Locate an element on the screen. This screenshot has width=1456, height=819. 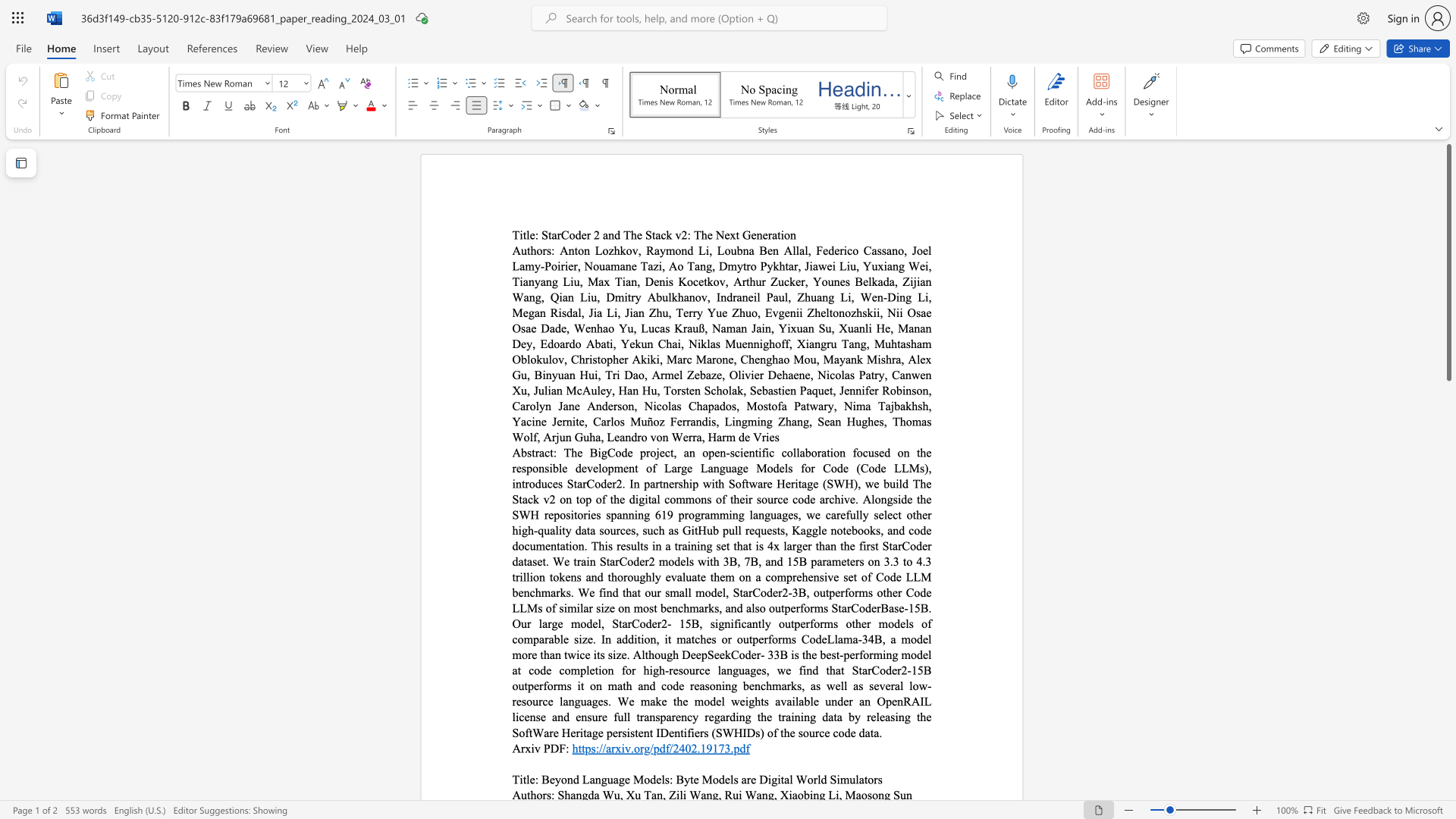
the subset text "anguage Models: Byte Mode" within the text "Beyond Language Models: Byte Models are Digital World Simulators" is located at coordinates (588, 779).